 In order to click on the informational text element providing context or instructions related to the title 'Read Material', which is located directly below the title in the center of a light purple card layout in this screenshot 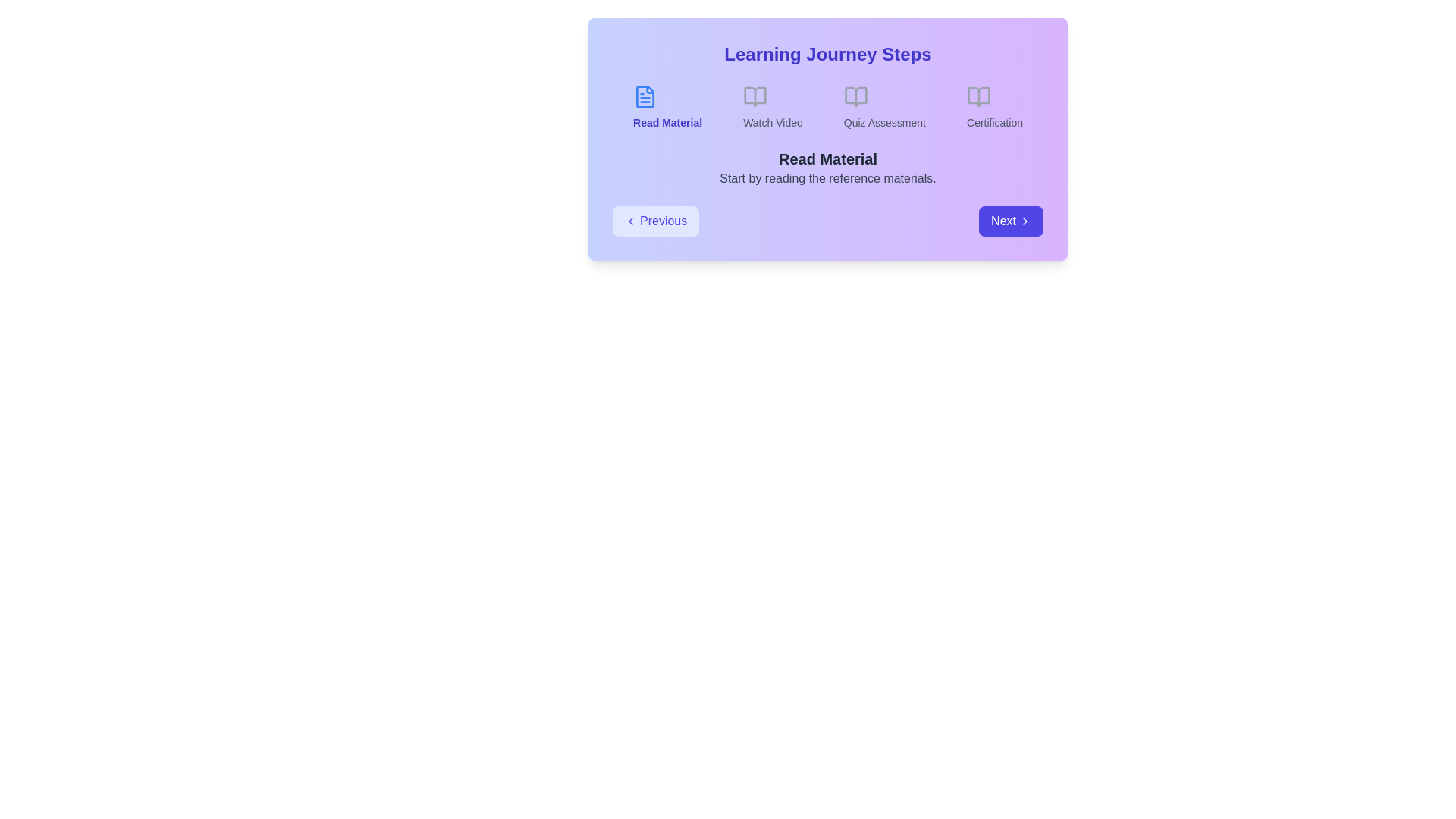, I will do `click(827, 177)`.